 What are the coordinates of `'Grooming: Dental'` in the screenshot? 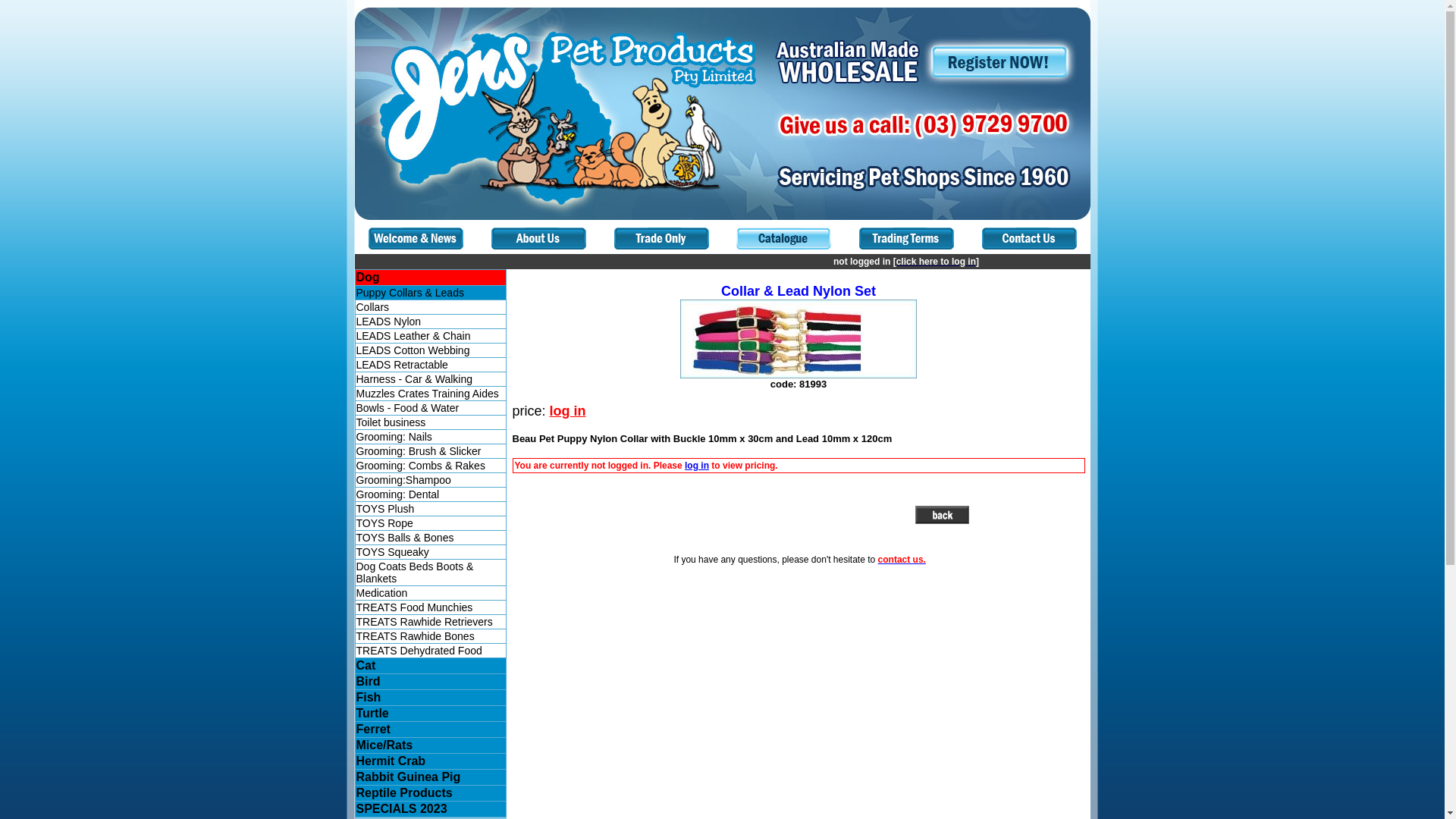 It's located at (356, 494).